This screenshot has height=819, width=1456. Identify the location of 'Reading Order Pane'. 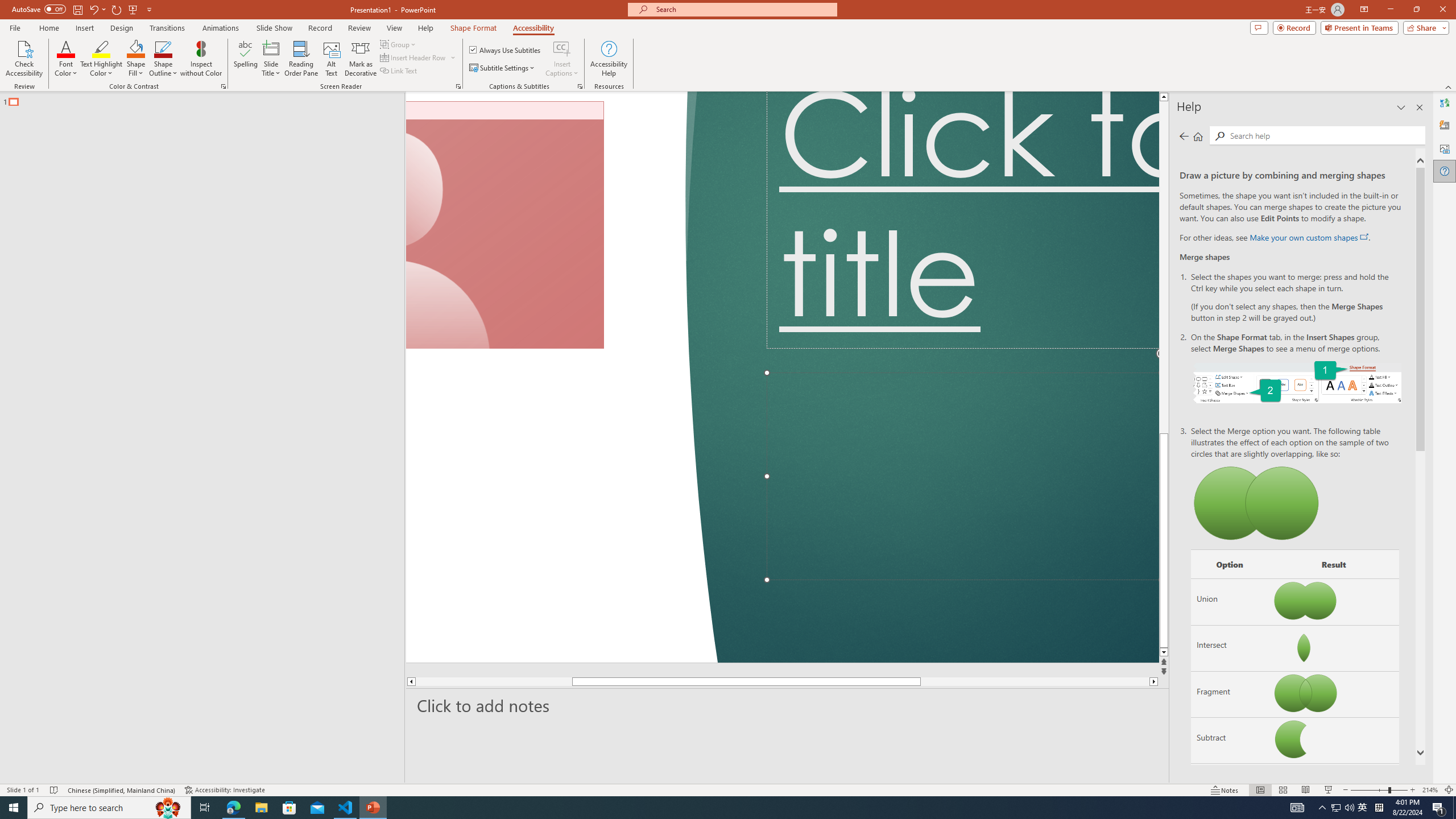
(301, 59).